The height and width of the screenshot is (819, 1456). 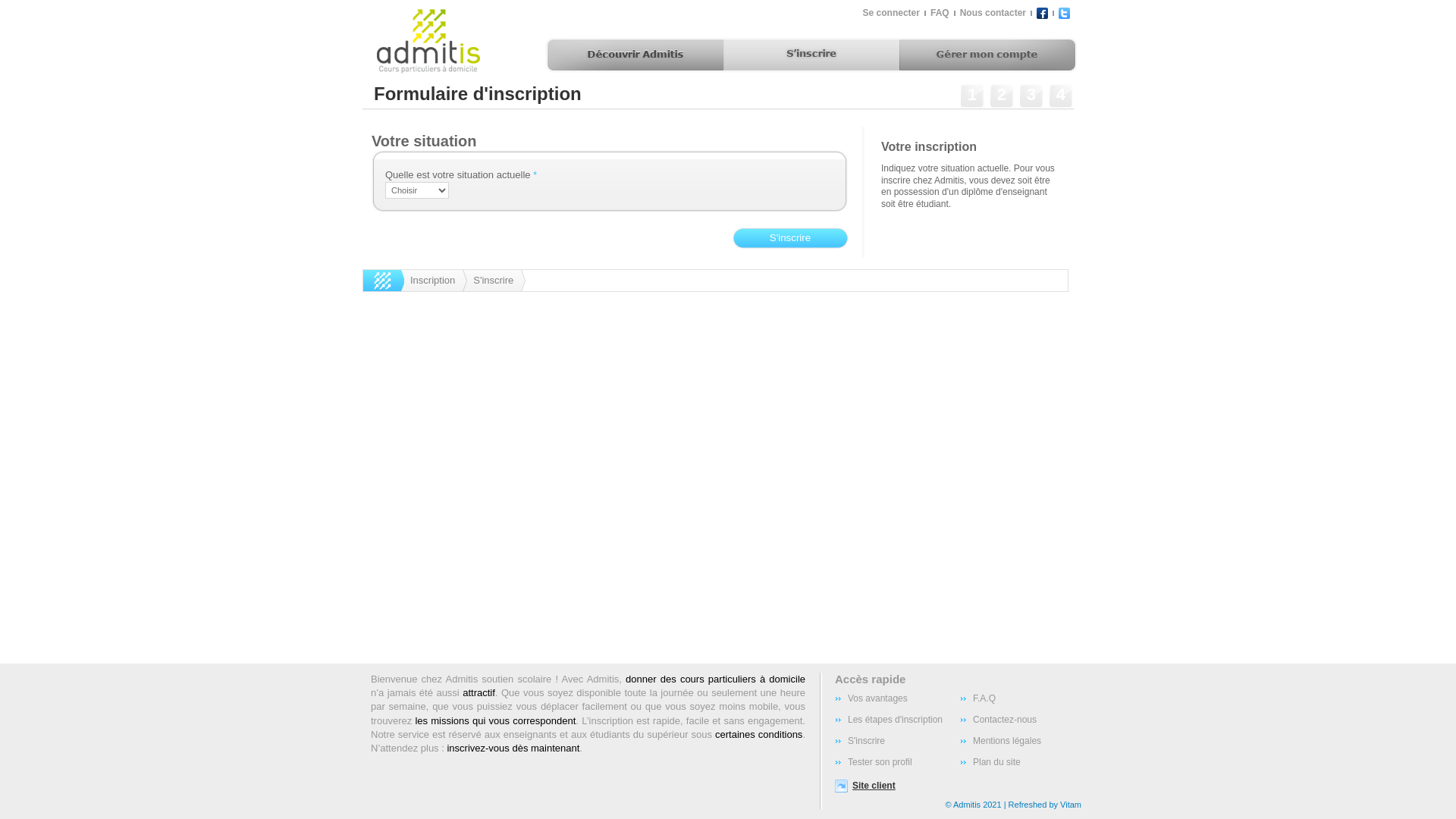 I want to click on 'Contactez-nous', so click(x=1022, y=718).